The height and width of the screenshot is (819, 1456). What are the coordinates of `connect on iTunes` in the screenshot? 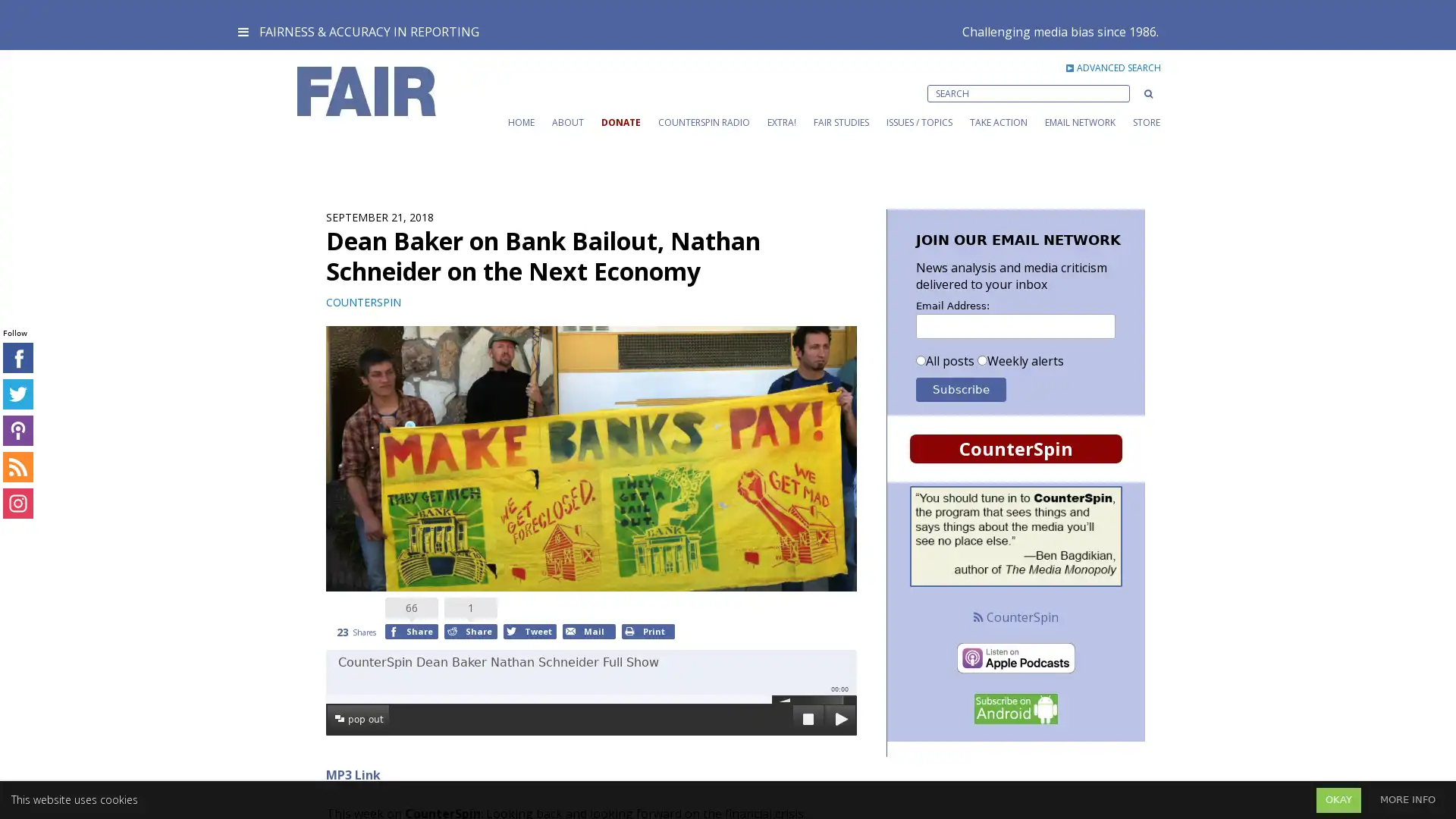 It's located at (18, 430).